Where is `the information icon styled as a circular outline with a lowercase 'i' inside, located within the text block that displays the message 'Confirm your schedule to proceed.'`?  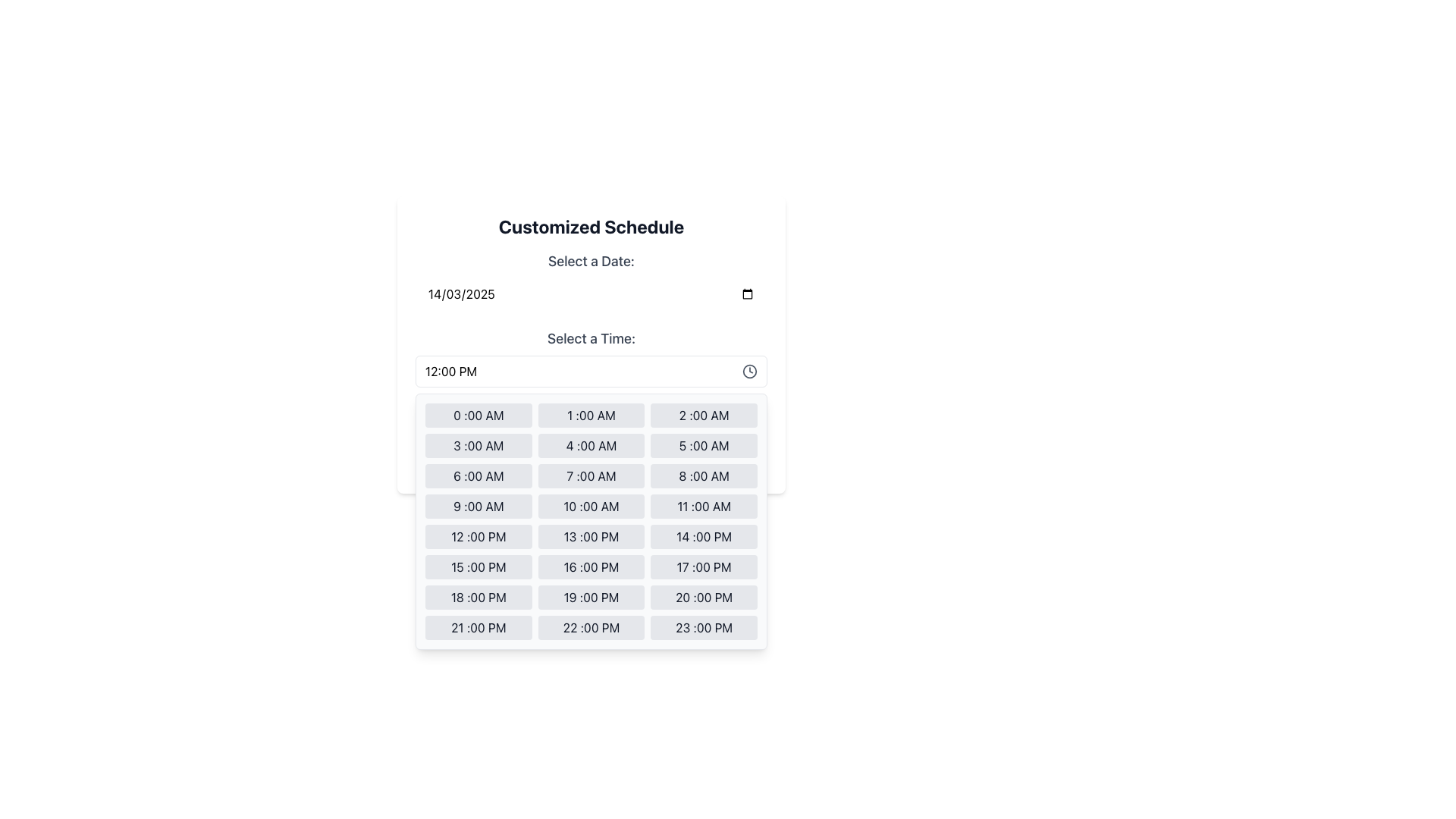
the information icon styled as a circular outline with a lowercase 'i' inside, located within the text block that displays the message 'Confirm your schedule to proceed.' is located at coordinates (502, 414).